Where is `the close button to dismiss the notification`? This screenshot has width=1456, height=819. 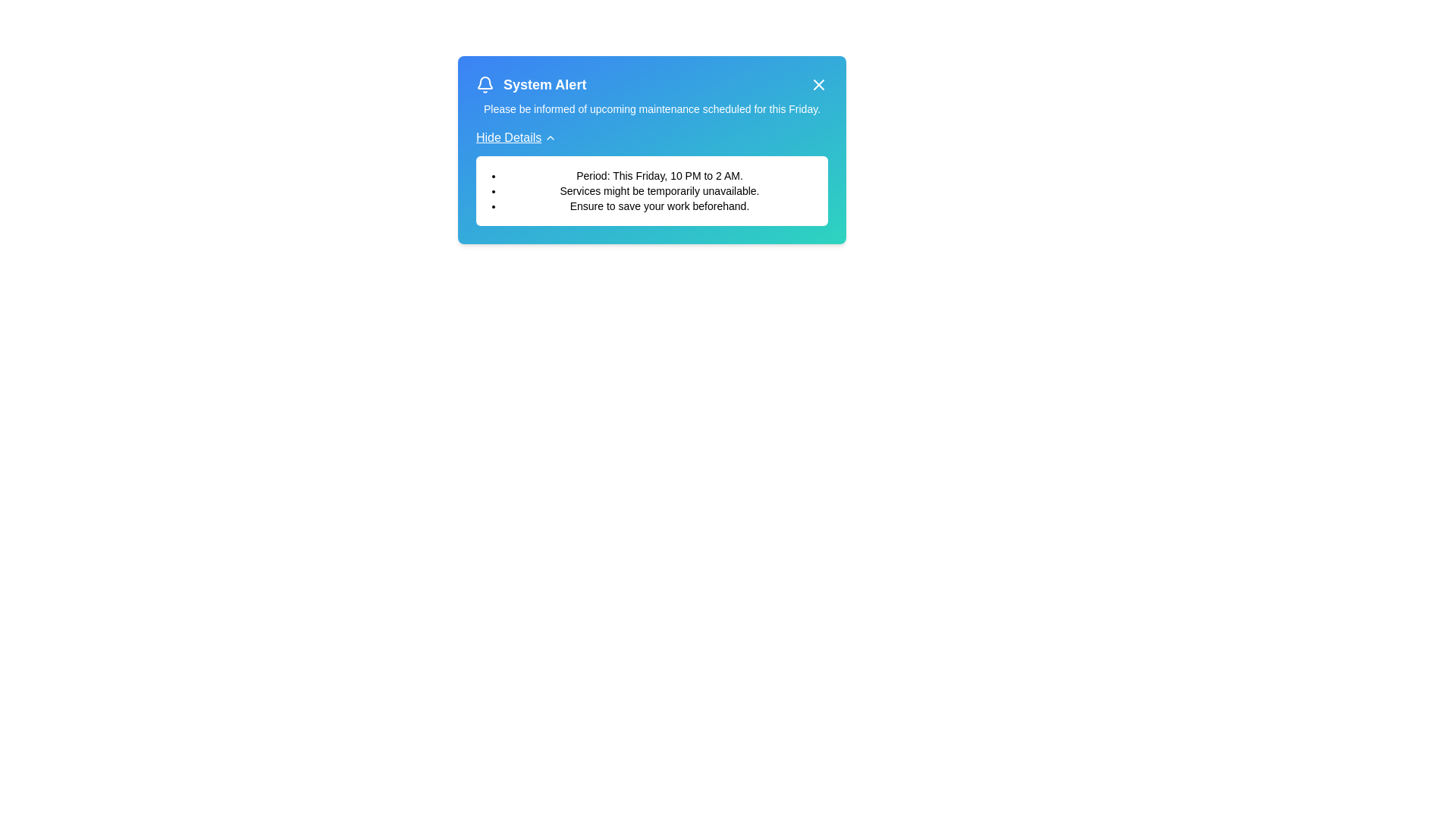
the close button to dismiss the notification is located at coordinates (818, 84).